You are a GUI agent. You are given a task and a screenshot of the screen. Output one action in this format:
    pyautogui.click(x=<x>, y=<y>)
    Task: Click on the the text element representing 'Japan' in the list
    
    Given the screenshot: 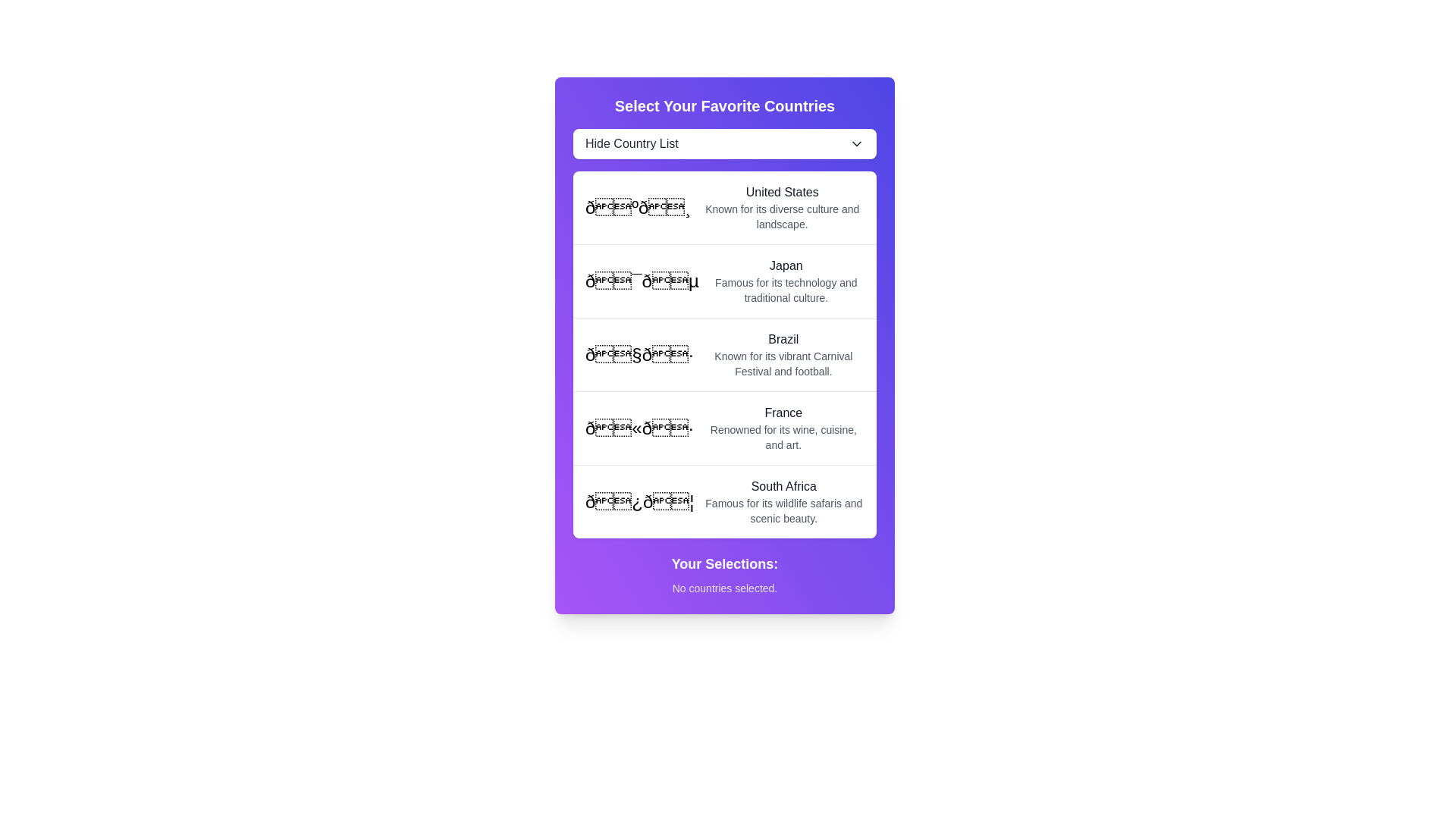 What is the action you would take?
    pyautogui.click(x=786, y=281)
    